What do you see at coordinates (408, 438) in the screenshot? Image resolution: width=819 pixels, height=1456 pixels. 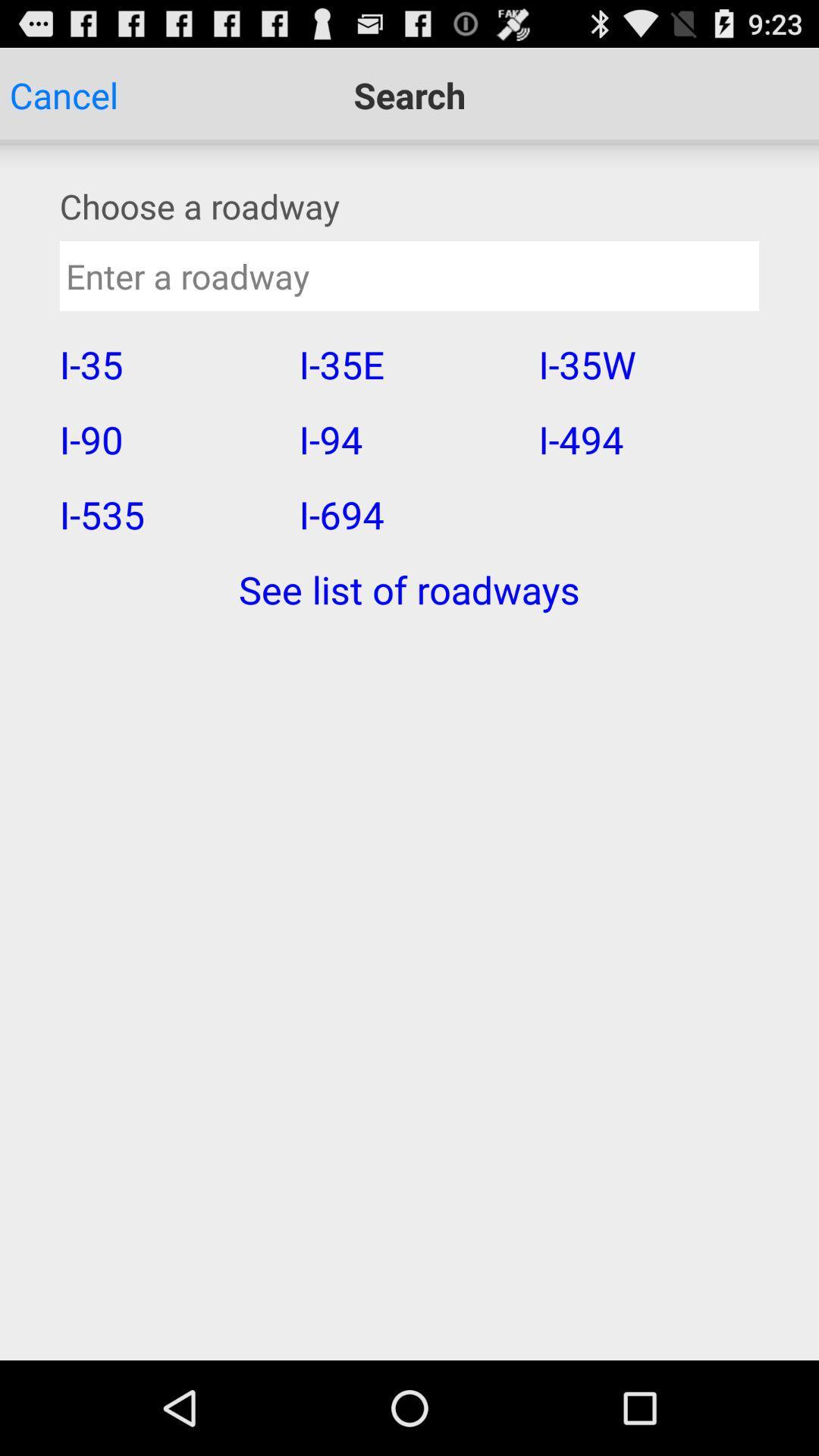 I see `the item to the left of the i-35w icon` at bounding box center [408, 438].